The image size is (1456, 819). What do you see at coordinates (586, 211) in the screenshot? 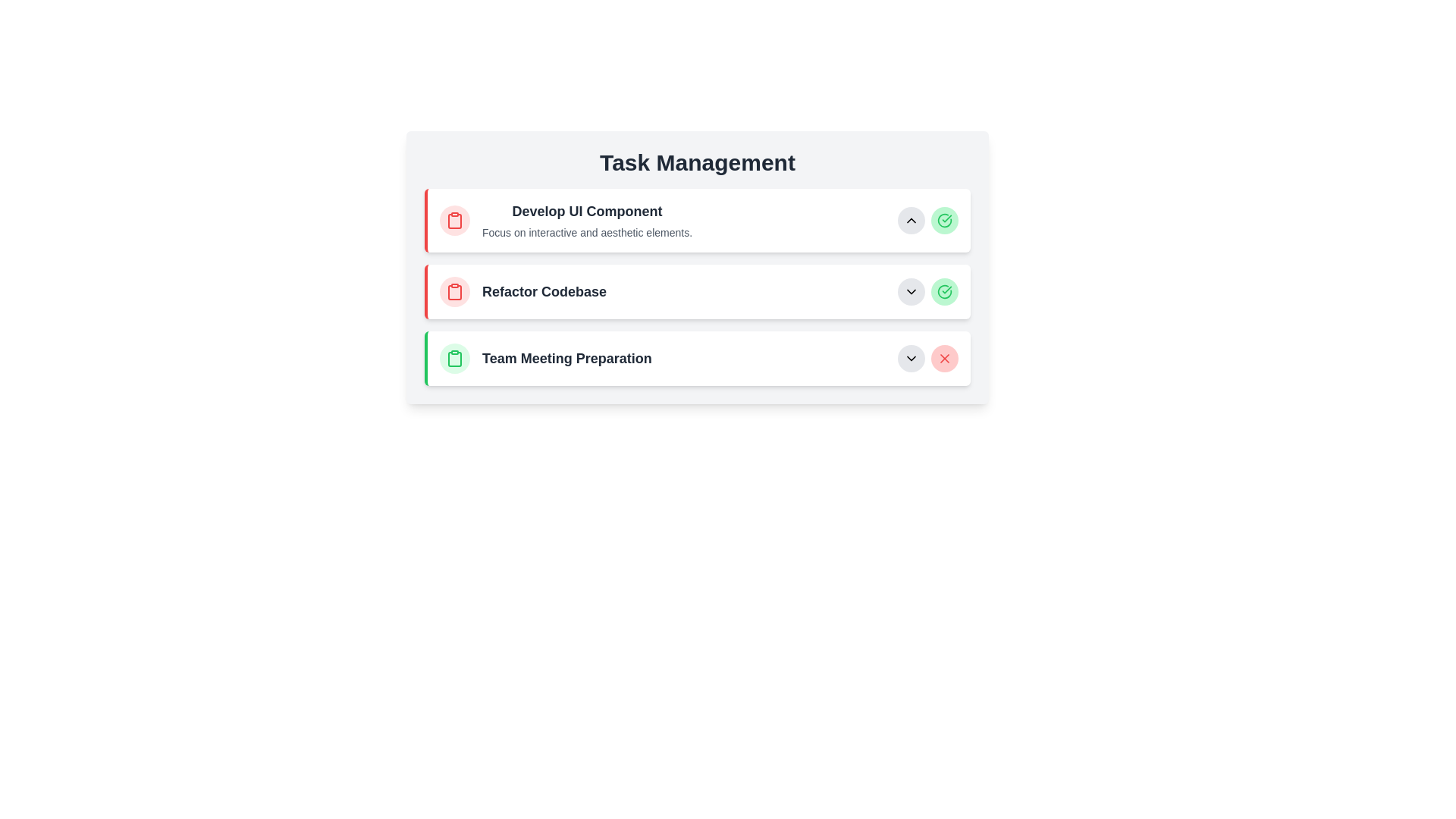
I see `the text label 'Develop UI Component'` at bounding box center [586, 211].